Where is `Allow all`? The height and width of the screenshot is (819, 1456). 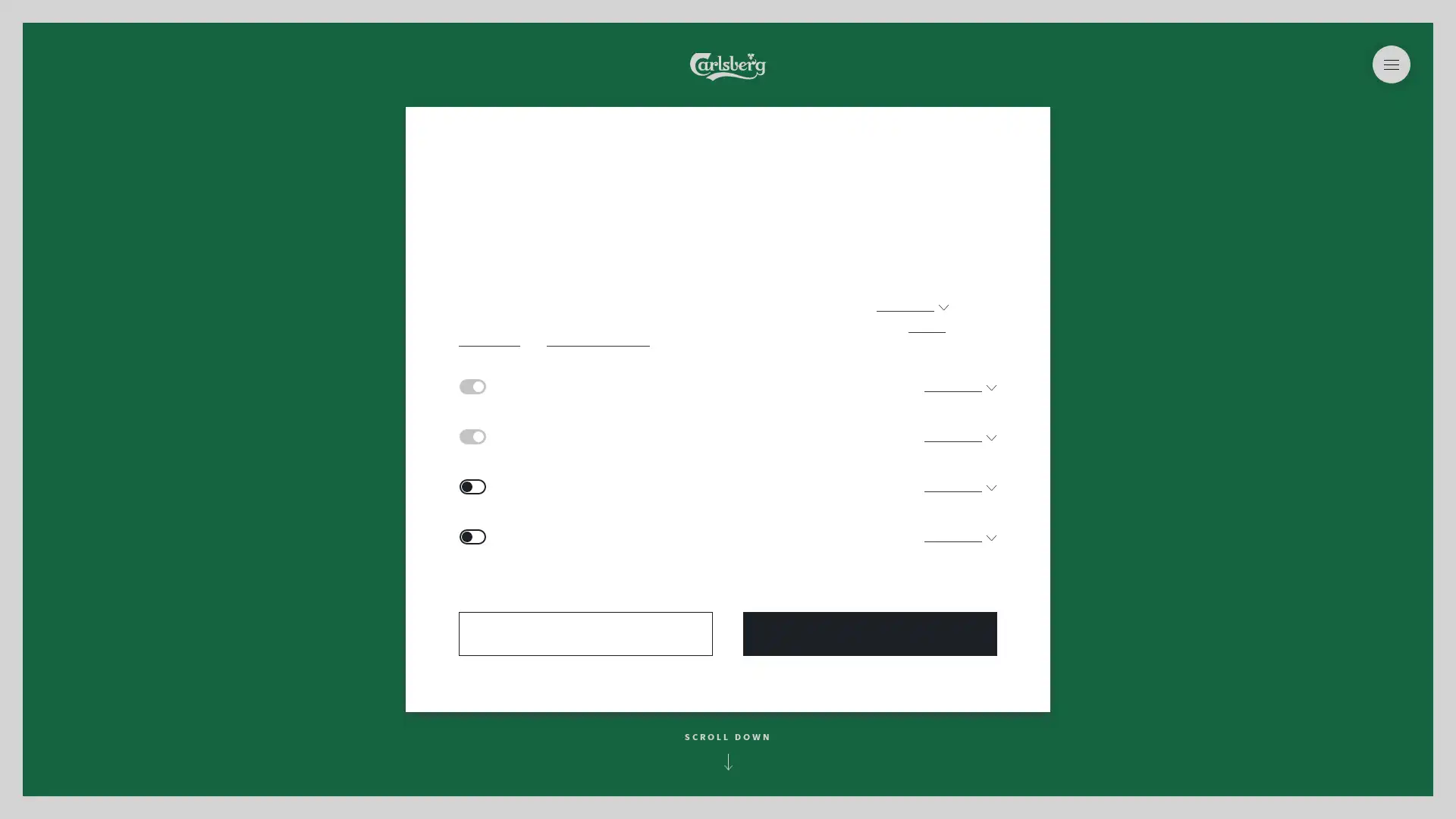
Allow all is located at coordinates (870, 634).